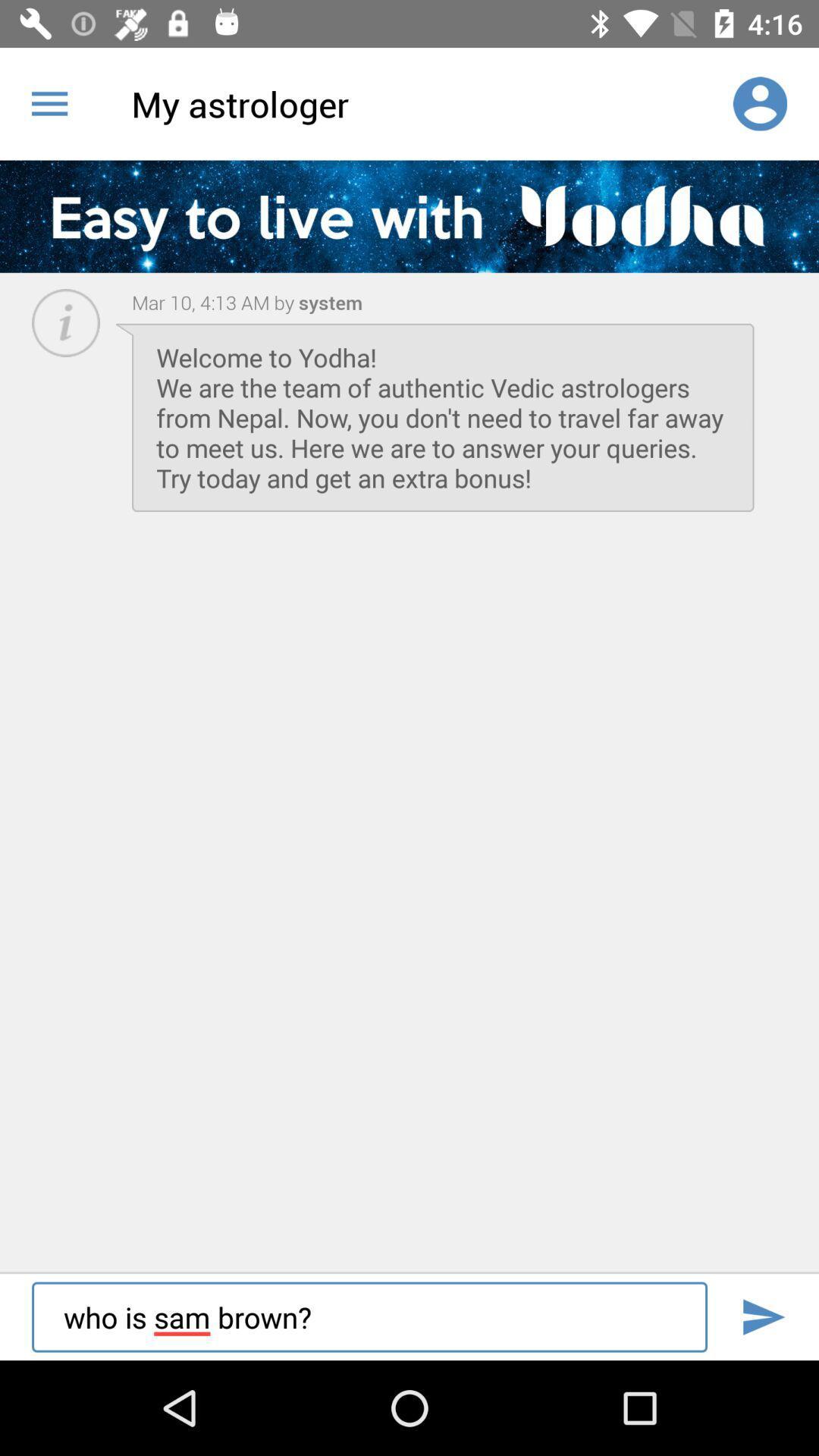  I want to click on the welcome to yodha, so click(443, 417).